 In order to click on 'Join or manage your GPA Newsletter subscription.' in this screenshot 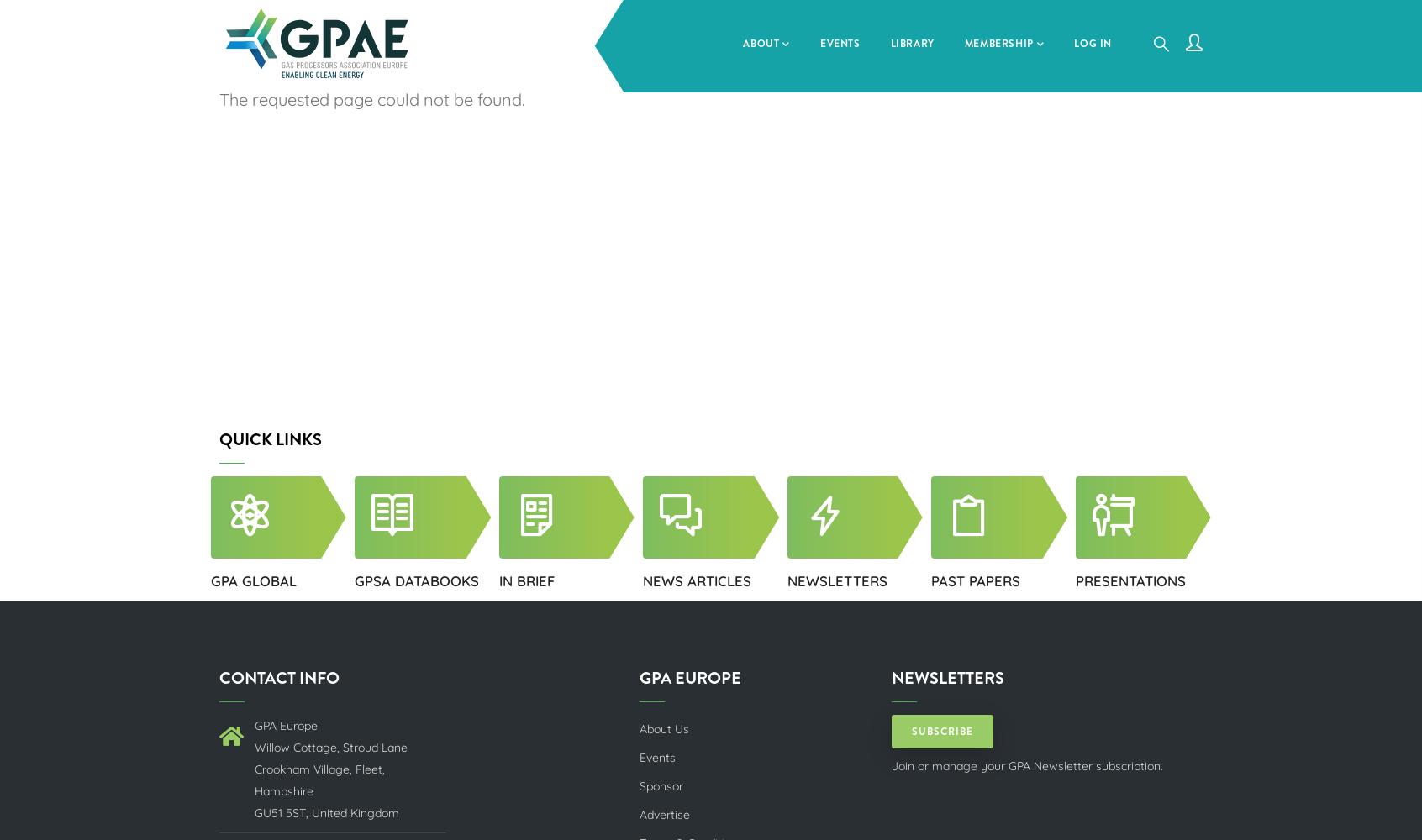, I will do `click(1027, 765)`.